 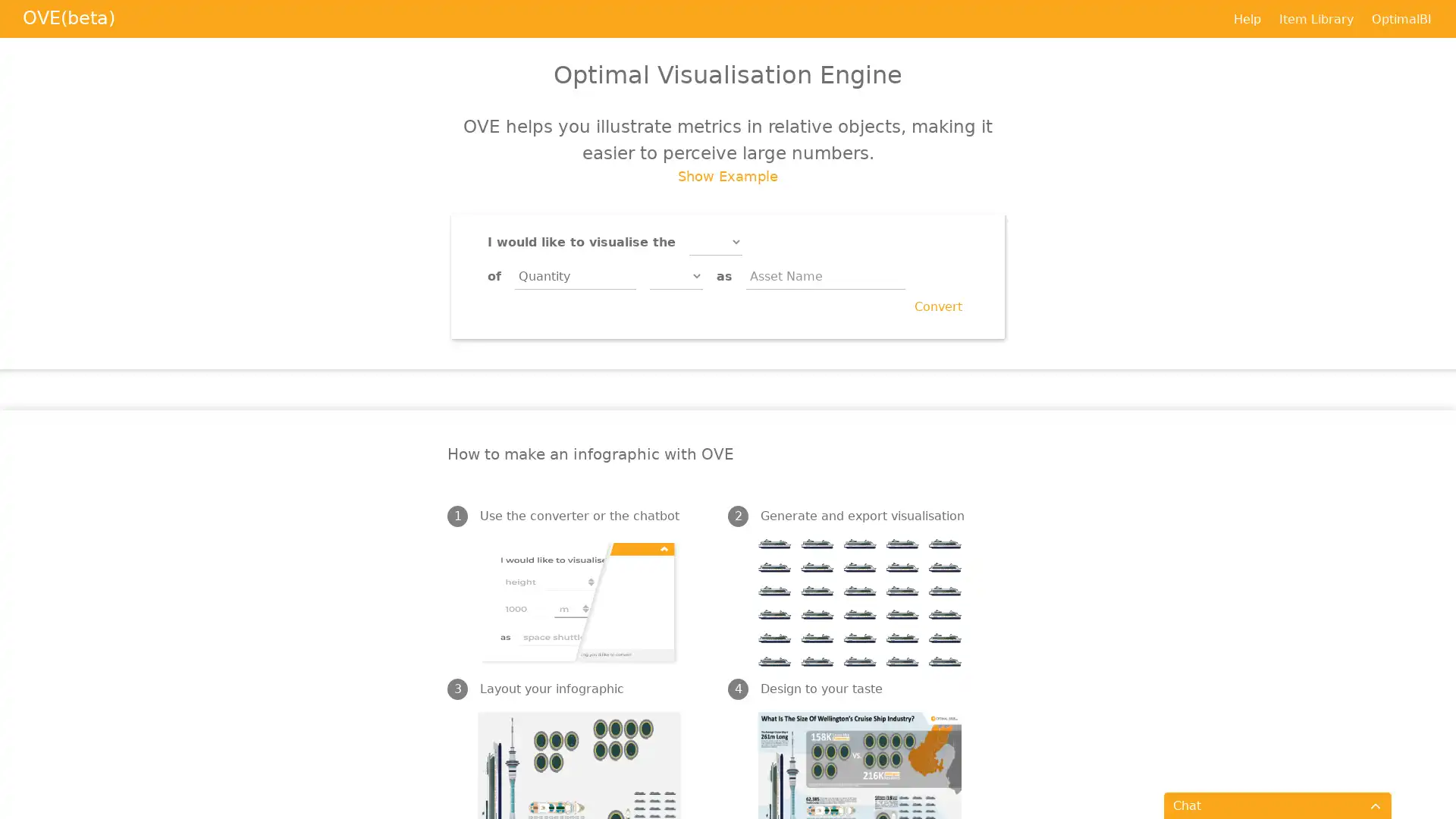 I want to click on Convert, so click(x=937, y=307).